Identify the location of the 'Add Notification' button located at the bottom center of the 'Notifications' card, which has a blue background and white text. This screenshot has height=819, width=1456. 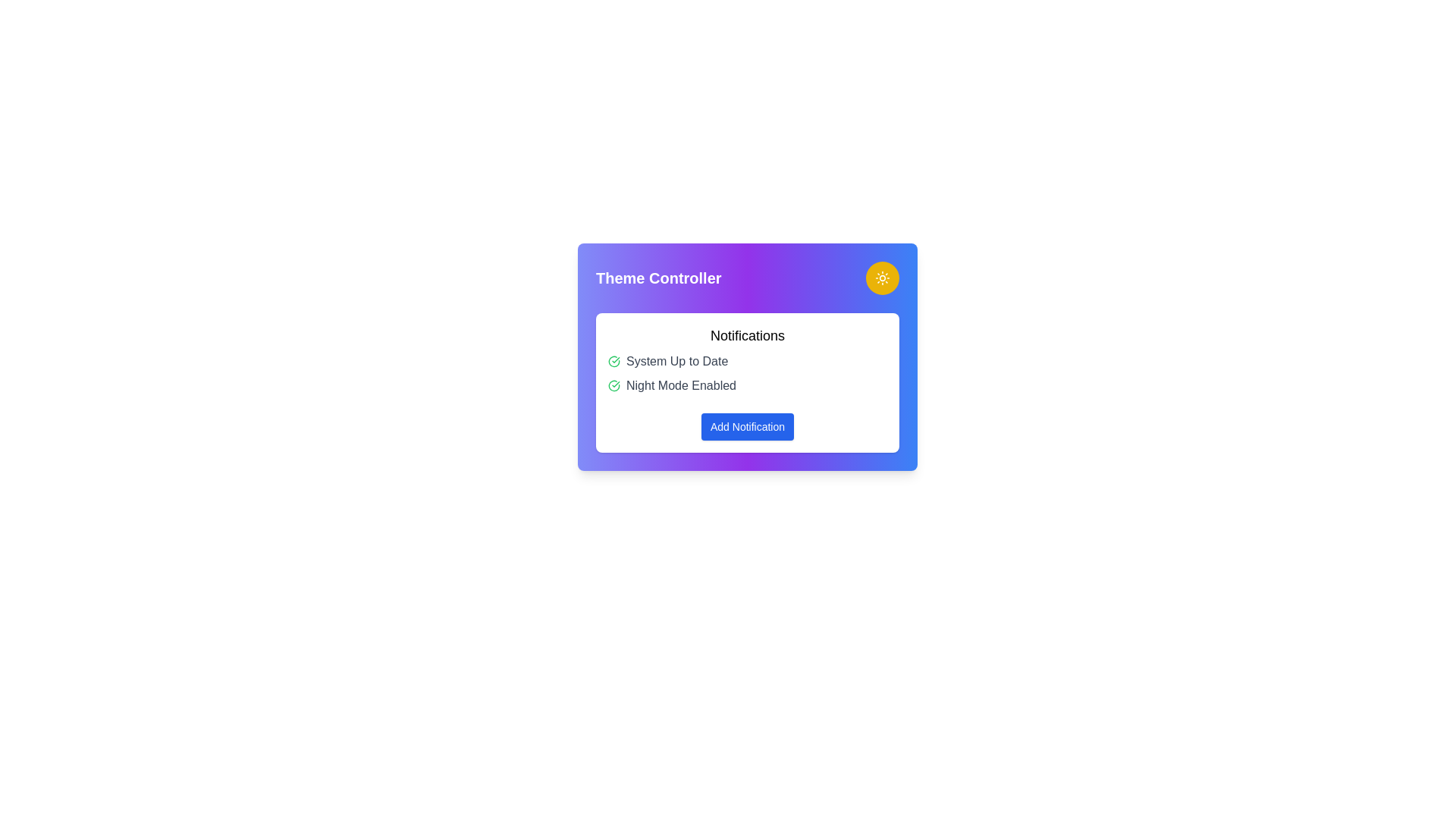
(747, 427).